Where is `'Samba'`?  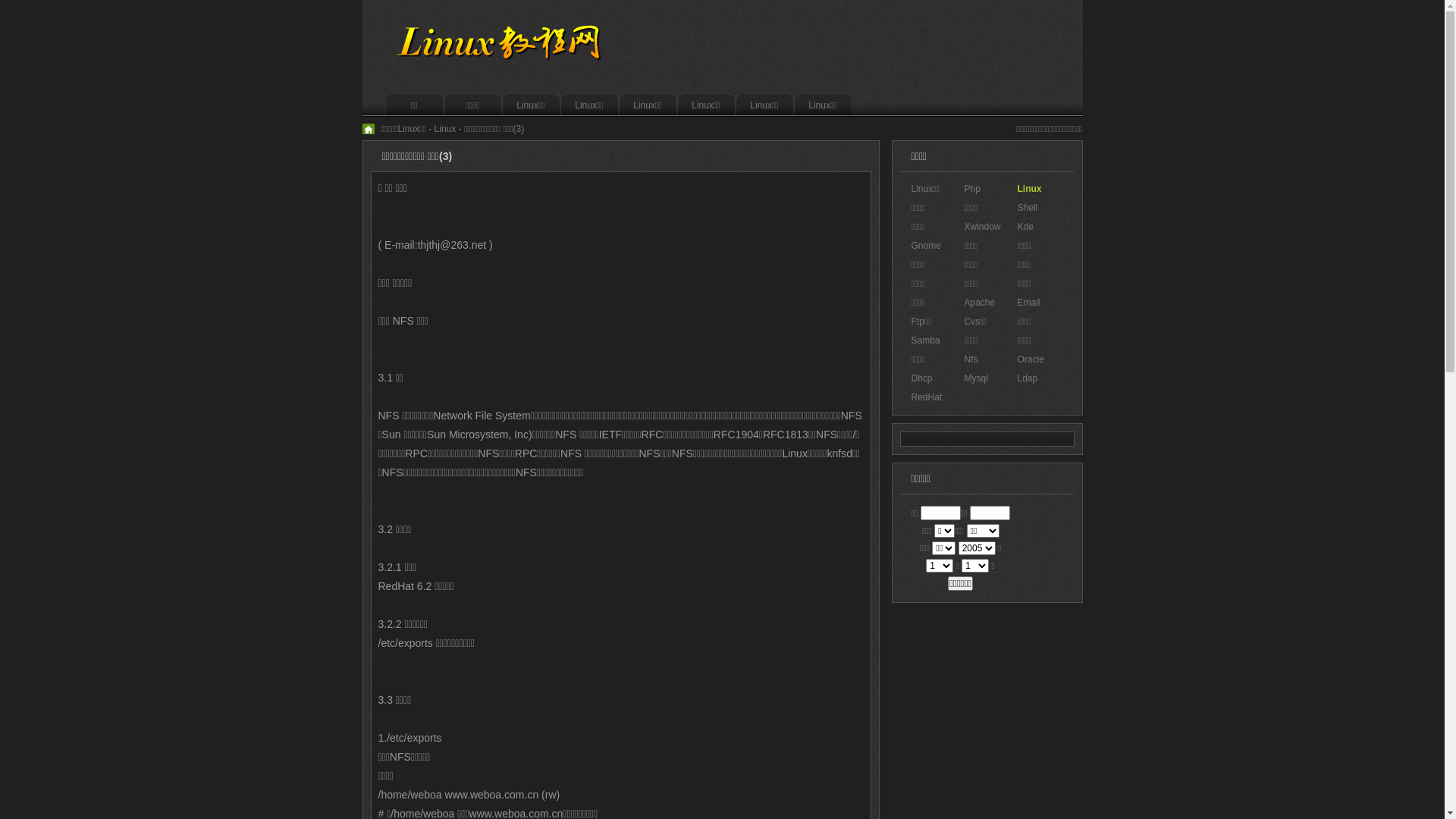 'Samba' is located at coordinates (924, 339).